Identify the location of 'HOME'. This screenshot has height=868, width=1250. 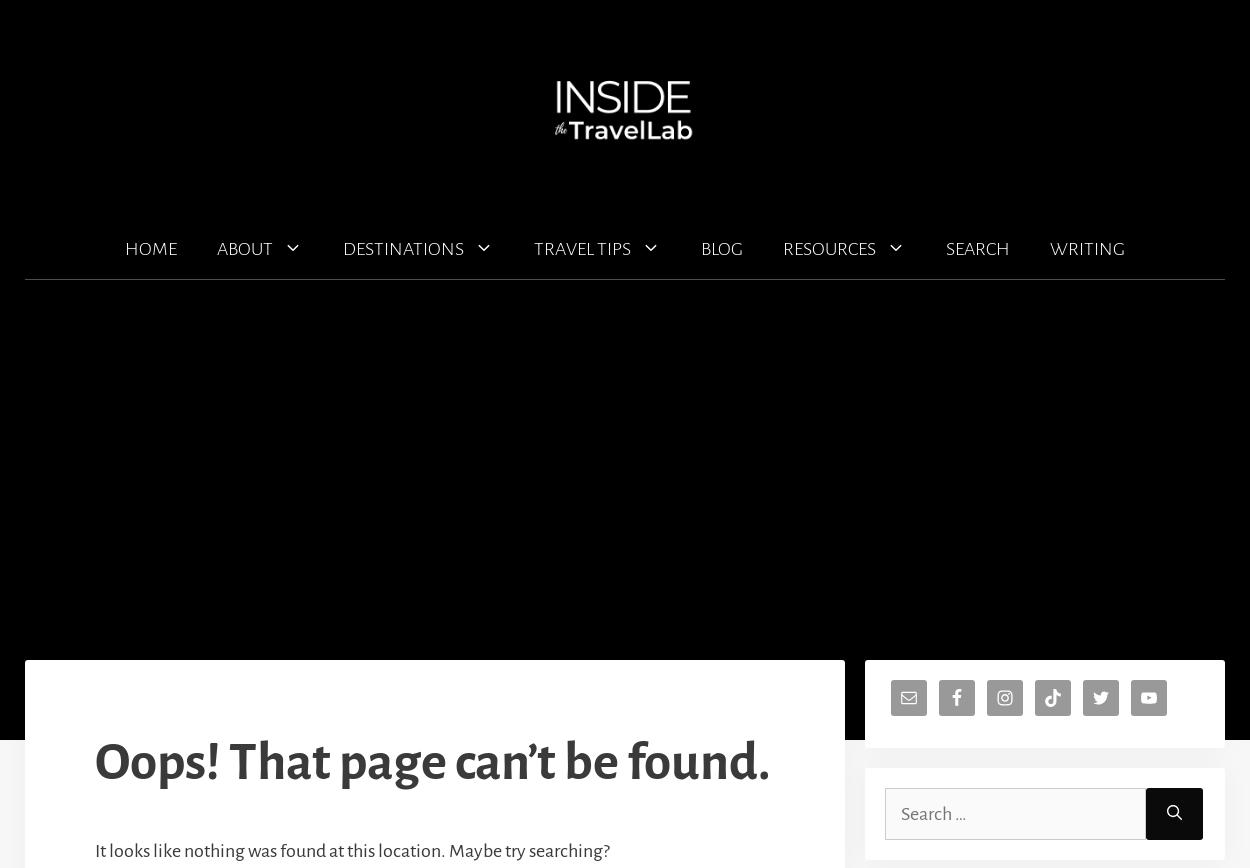
(151, 249).